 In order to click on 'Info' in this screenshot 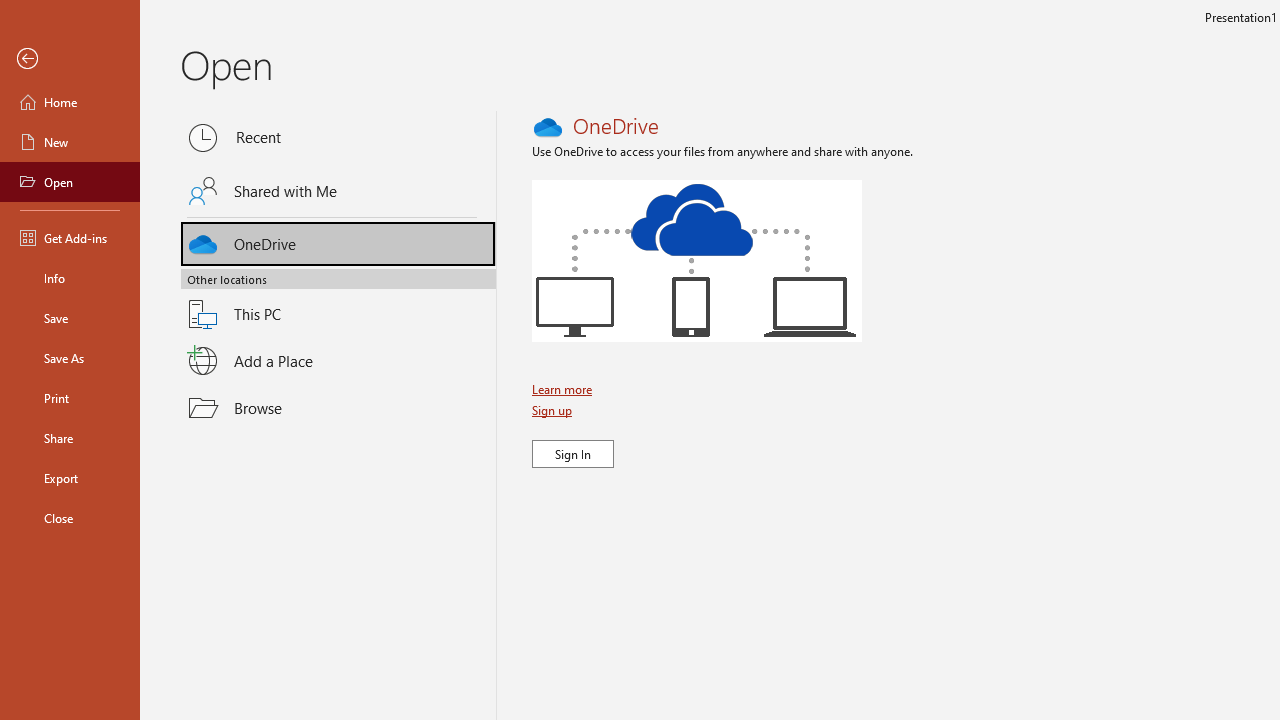, I will do `click(69, 277)`.